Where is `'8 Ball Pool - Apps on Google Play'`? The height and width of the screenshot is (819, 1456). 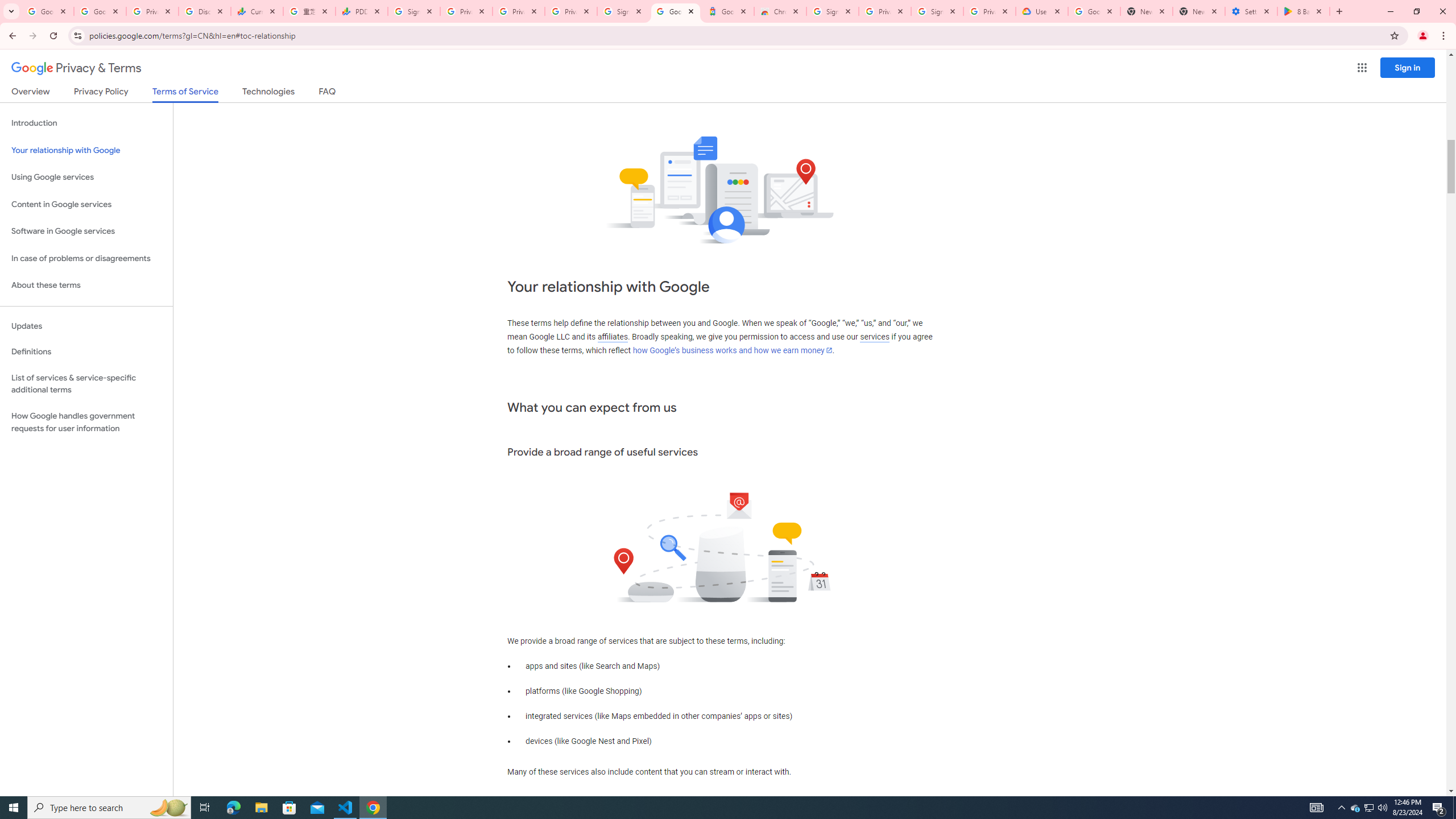
'8 Ball Pool - Apps on Google Play' is located at coordinates (1303, 11).